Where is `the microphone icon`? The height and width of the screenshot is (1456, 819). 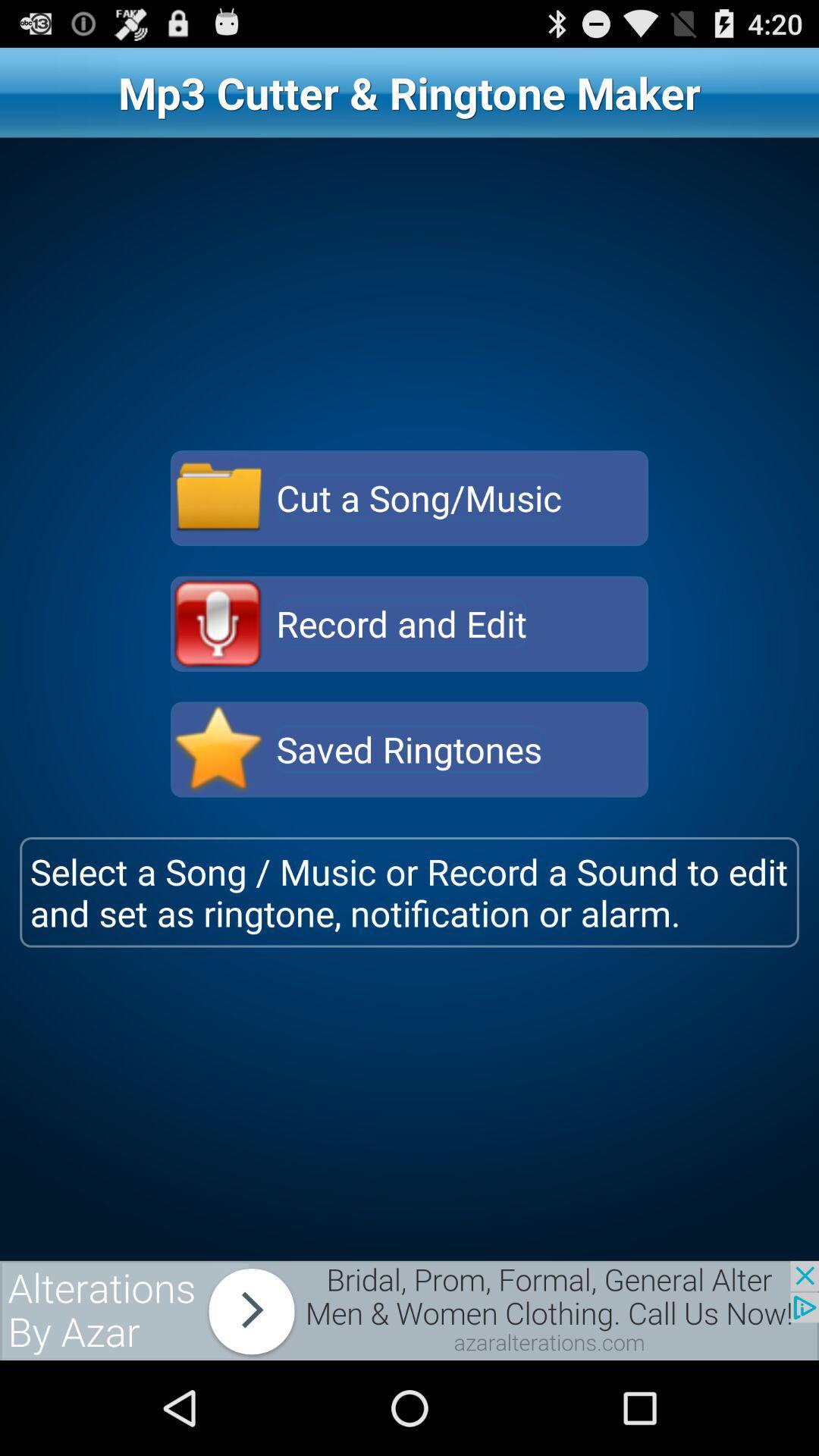 the microphone icon is located at coordinates (218, 667).